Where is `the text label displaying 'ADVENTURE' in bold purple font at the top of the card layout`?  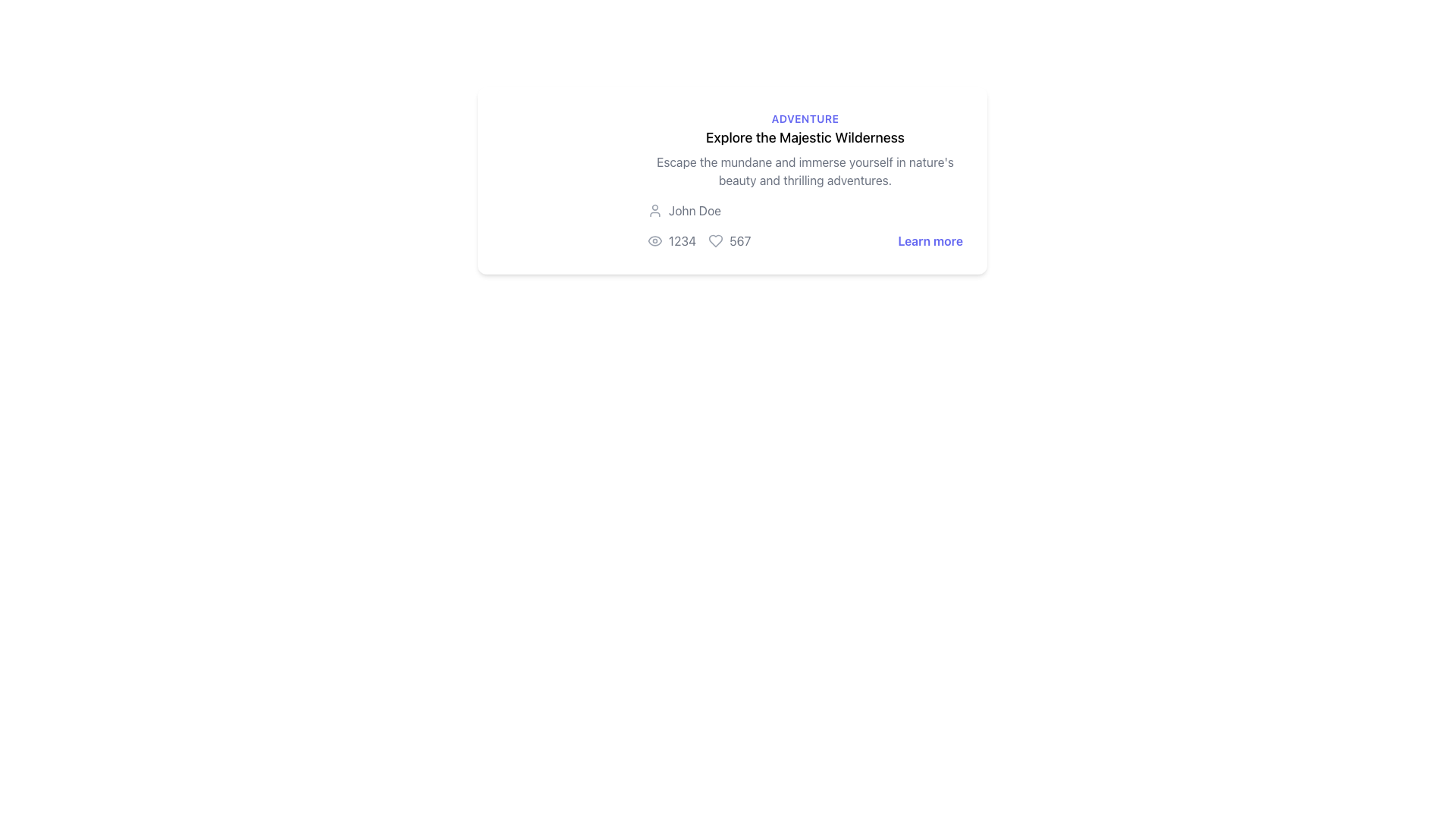
the text label displaying 'ADVENTURE' in bold purple font at the top of the card layout is located at coordinates (804, 118).